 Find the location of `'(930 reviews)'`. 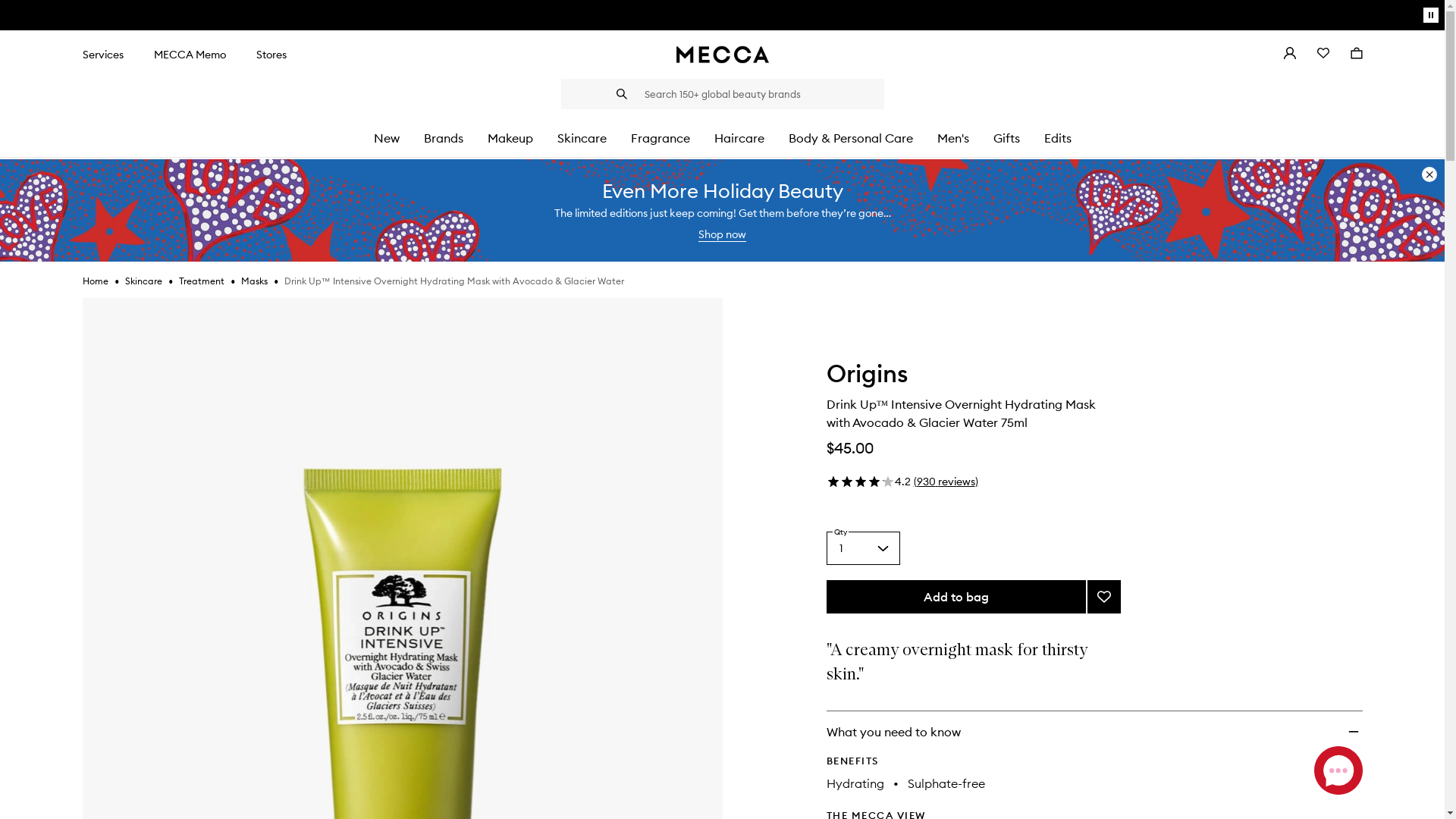

'(930 reviews)' is located at coordinates (944, 482).